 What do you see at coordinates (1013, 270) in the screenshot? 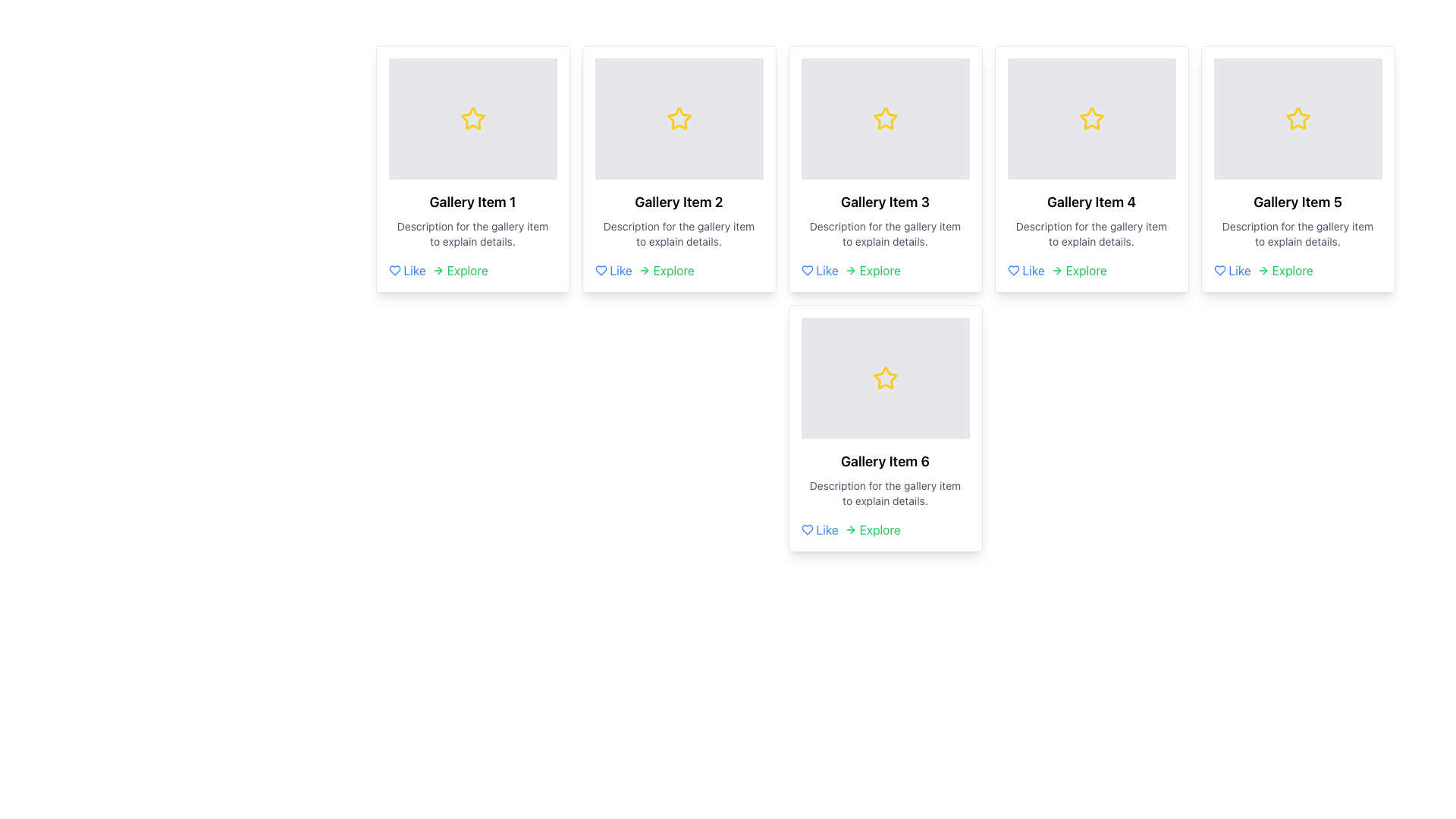
I see `the 'Like' icon located in the bottom-left corner of the card for 'Gallery Item 4'` at bounding box center [1013, 270].